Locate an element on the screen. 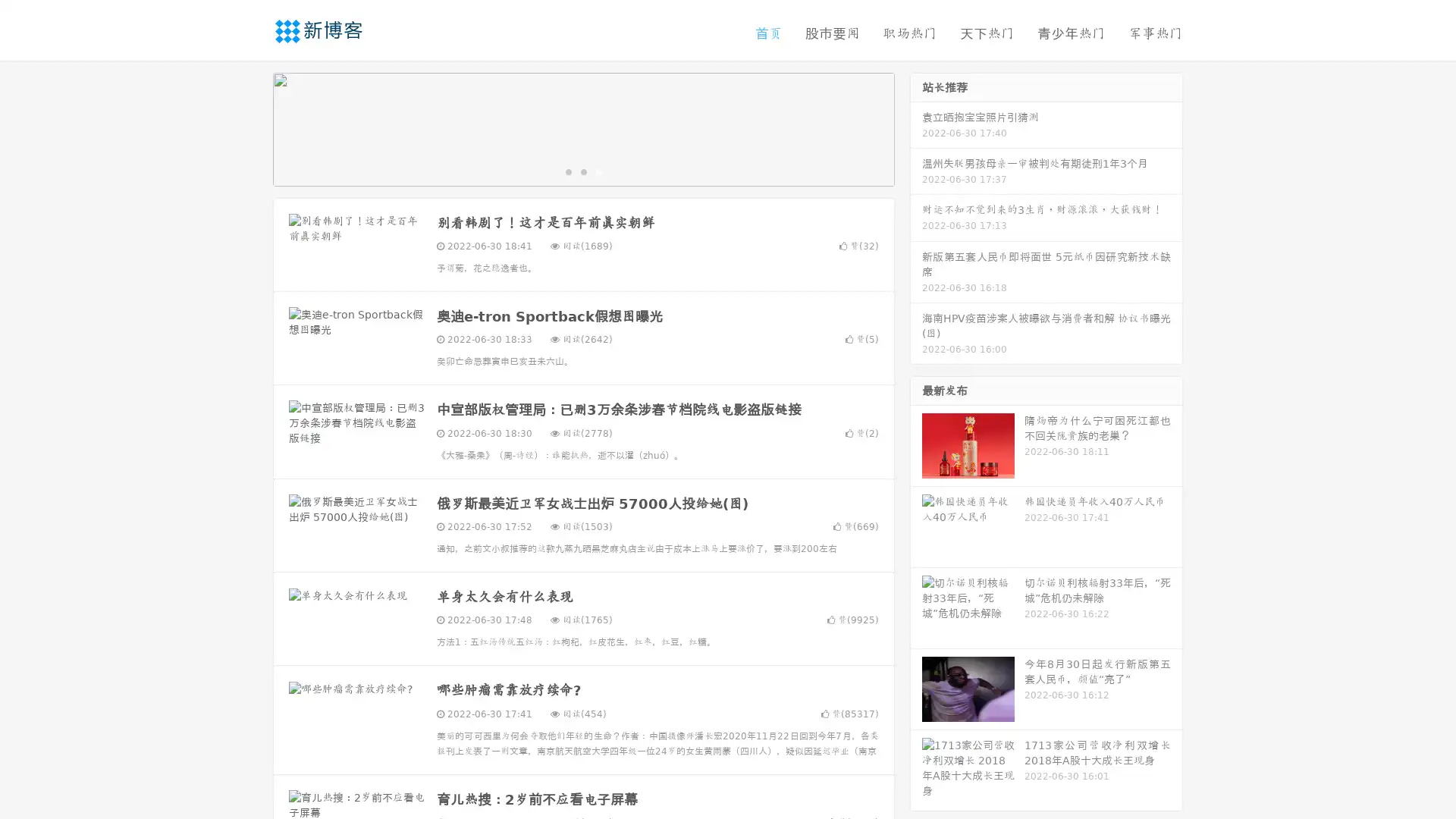 The image size is (1456, 819). Next slide is located at coordinates (916, 127).